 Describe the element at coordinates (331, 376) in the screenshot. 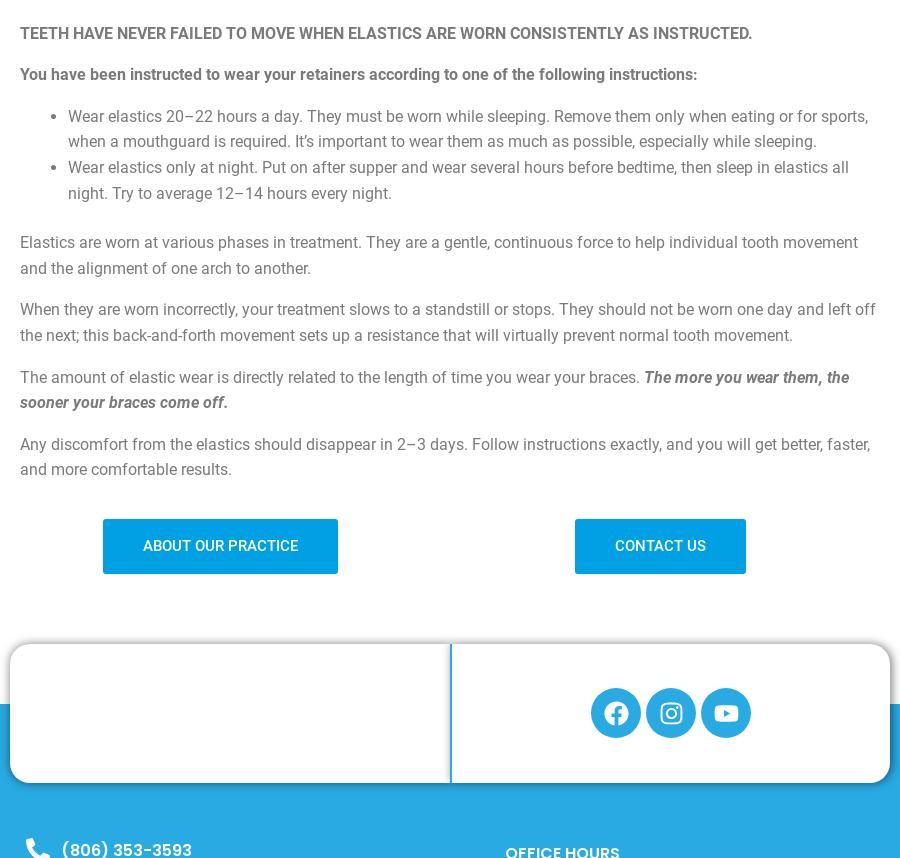

I see `'The amount of elastic wear is directly related to the length of time you wear your braces.'` at that location.